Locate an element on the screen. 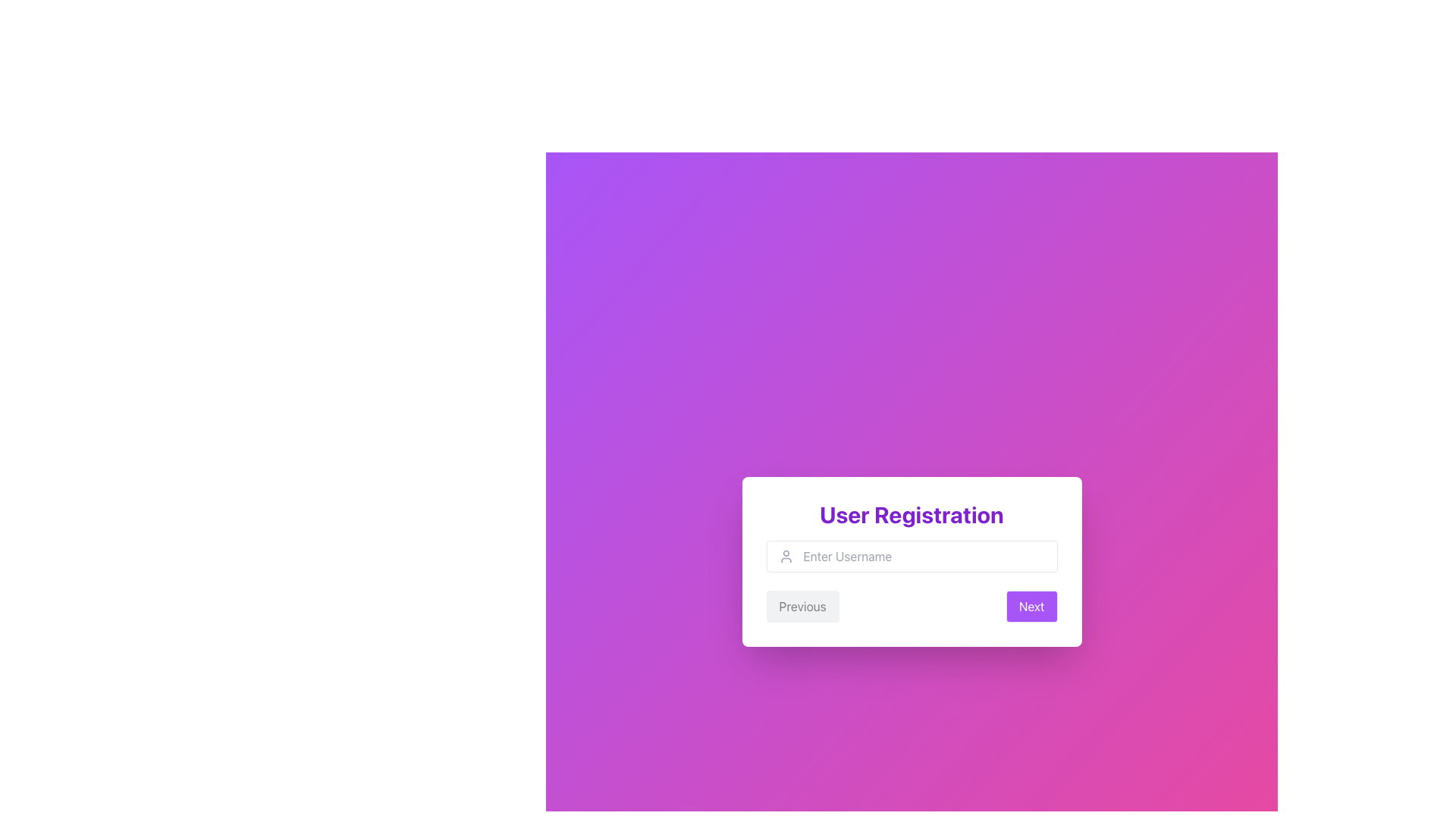  the user icon, which is a grayish SVG graphic with a circular head and curved body, located to the left inside the 'username' text input field is located at coordinates (786, 556).